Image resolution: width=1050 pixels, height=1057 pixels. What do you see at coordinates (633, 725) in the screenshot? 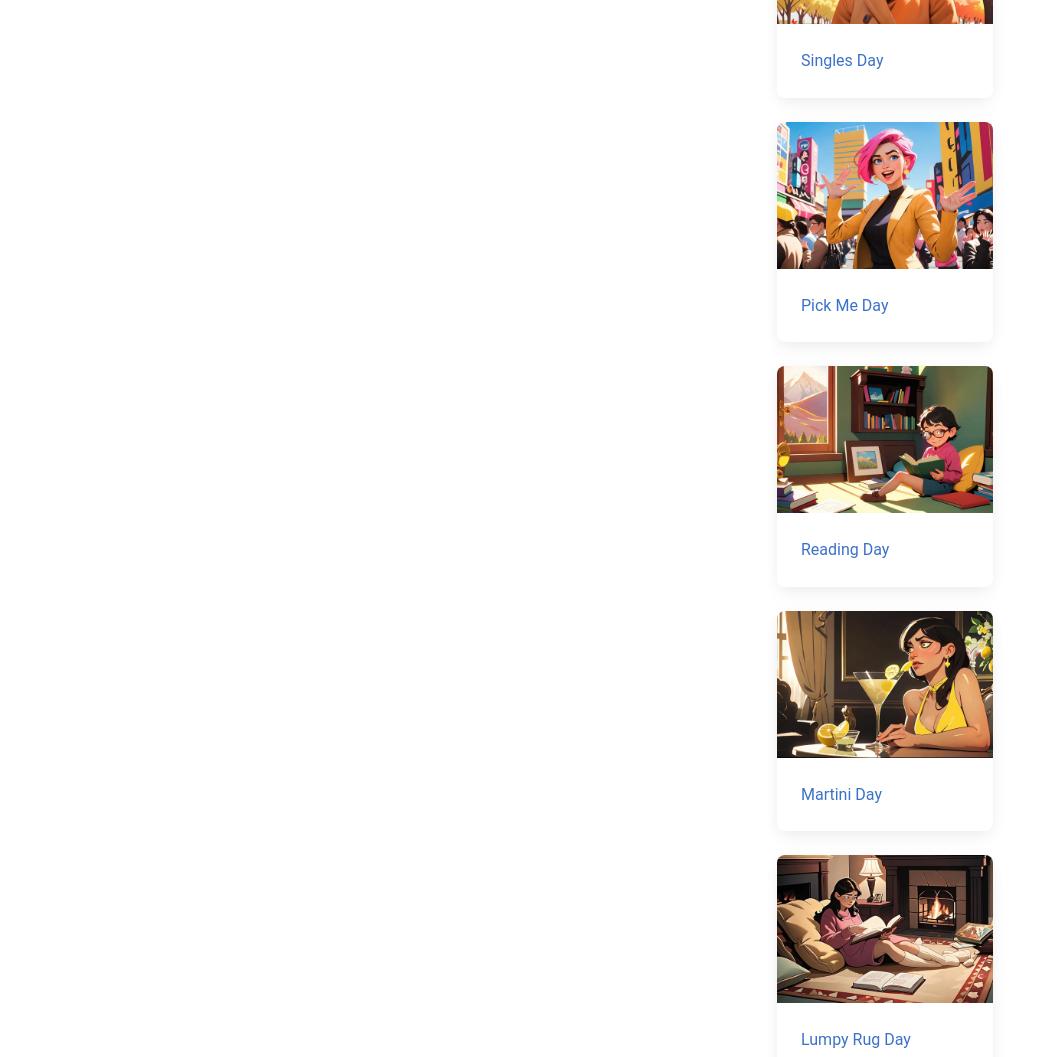
I see `'Today's national day'` at bounding box center [633, 725].